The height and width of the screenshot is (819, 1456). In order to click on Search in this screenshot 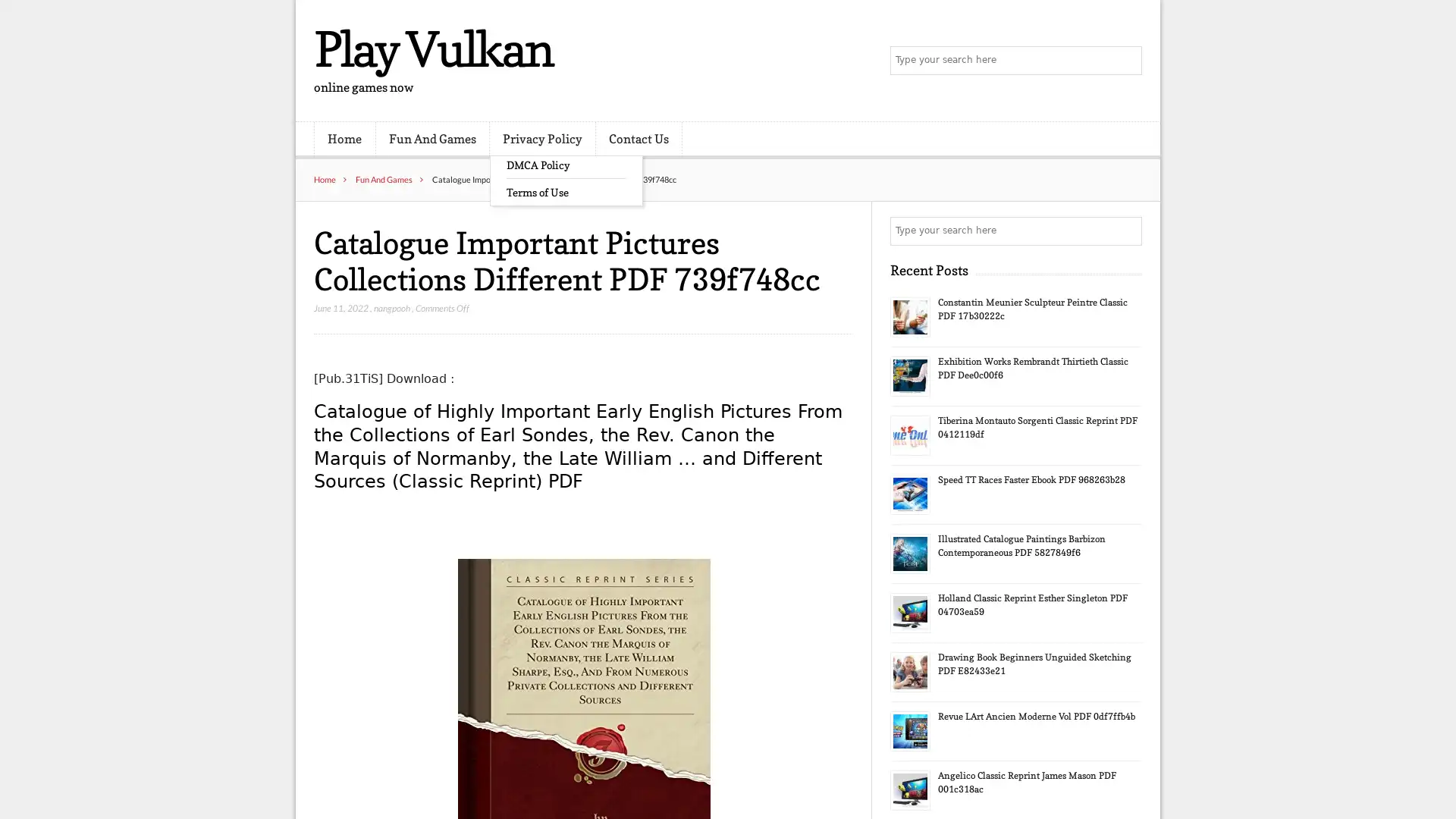, I will do `click(1126, 231)`.